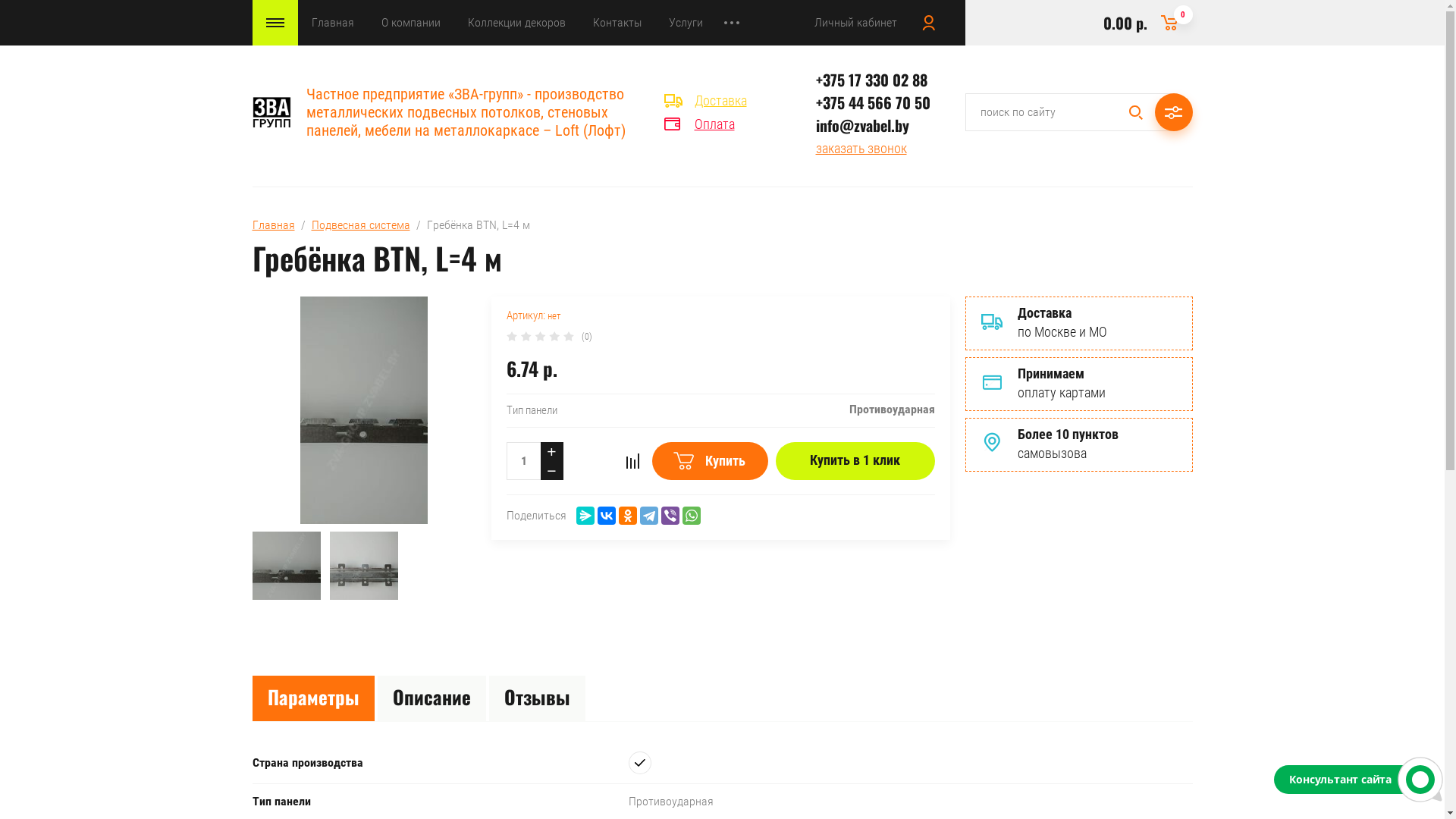  What do you see at coordinates (691, 514) in the screenshot?
I see `'WhatsApp'` at bounding box center [691, 514].